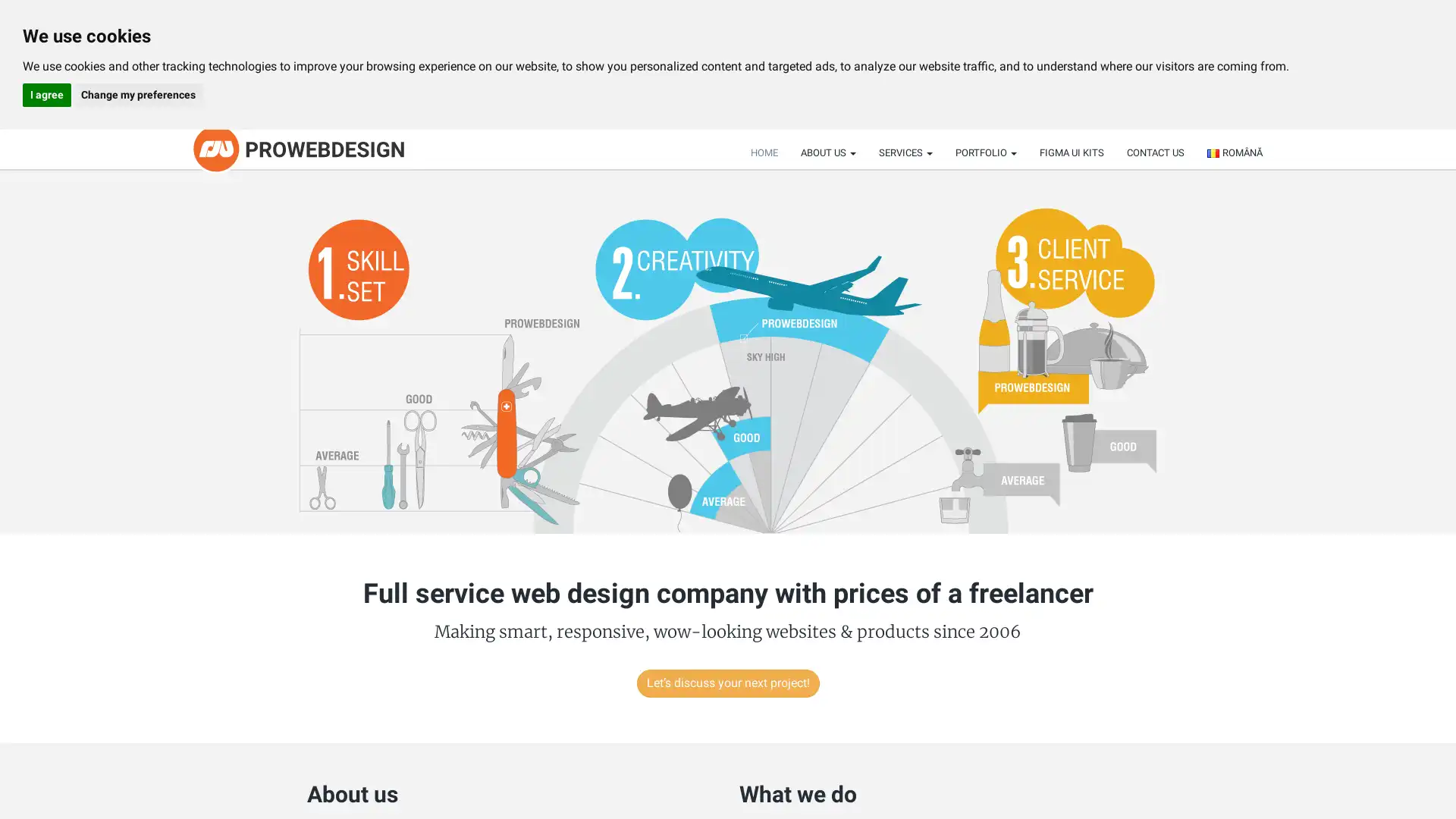 The height and width of the screenshot is (819, 1456). What do you see at coordinates (137, 95) in the screenshot?
I see `Change my preferences` at bounding box center [137, 95].